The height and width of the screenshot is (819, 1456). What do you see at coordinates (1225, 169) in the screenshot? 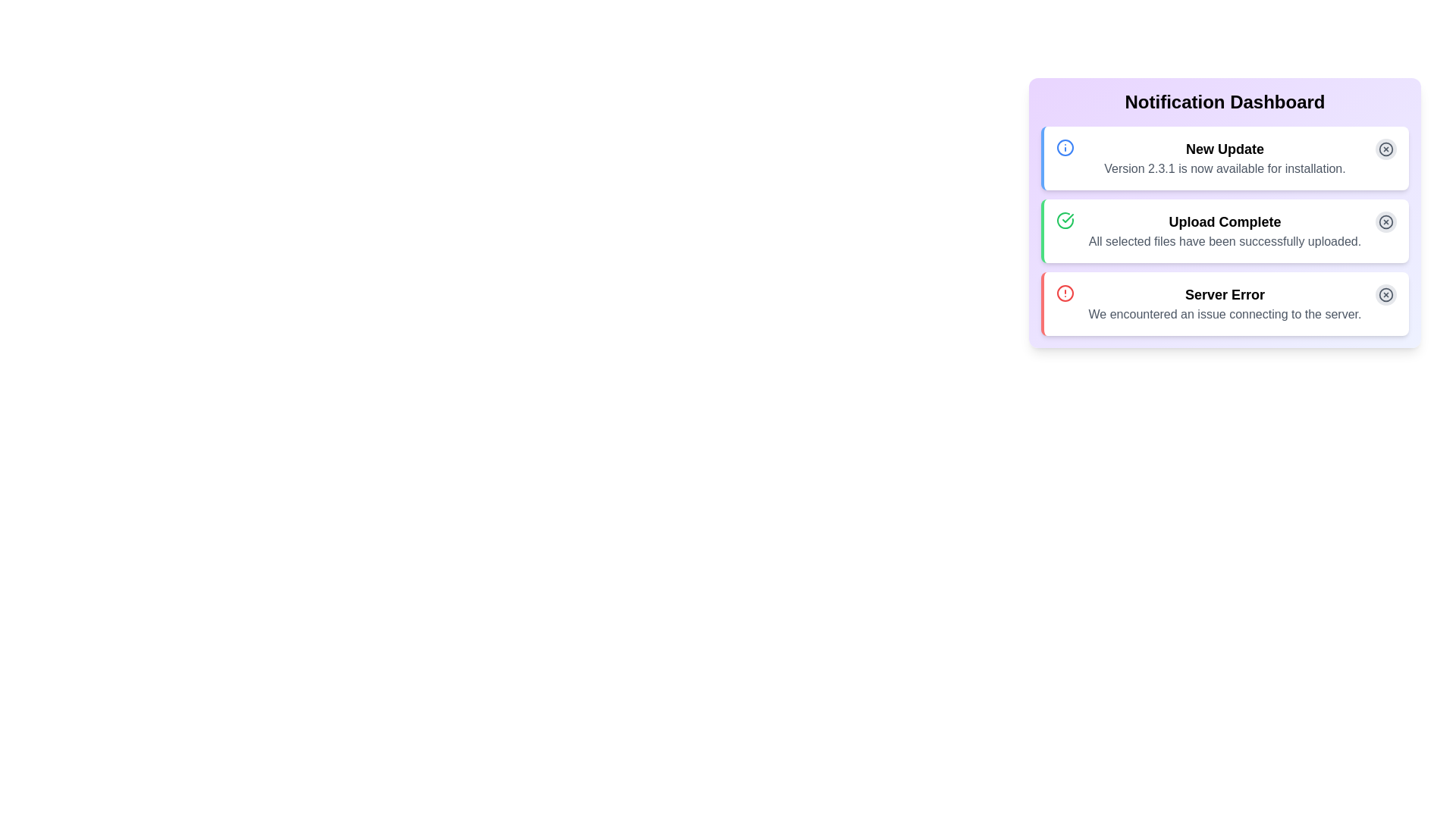
I see `contents of the text element displaying 'Version 2.3.1 is now available for installation.' which is positioned beneath the title 'New Update' in the first notification card` at bounding box center [1225, 169].